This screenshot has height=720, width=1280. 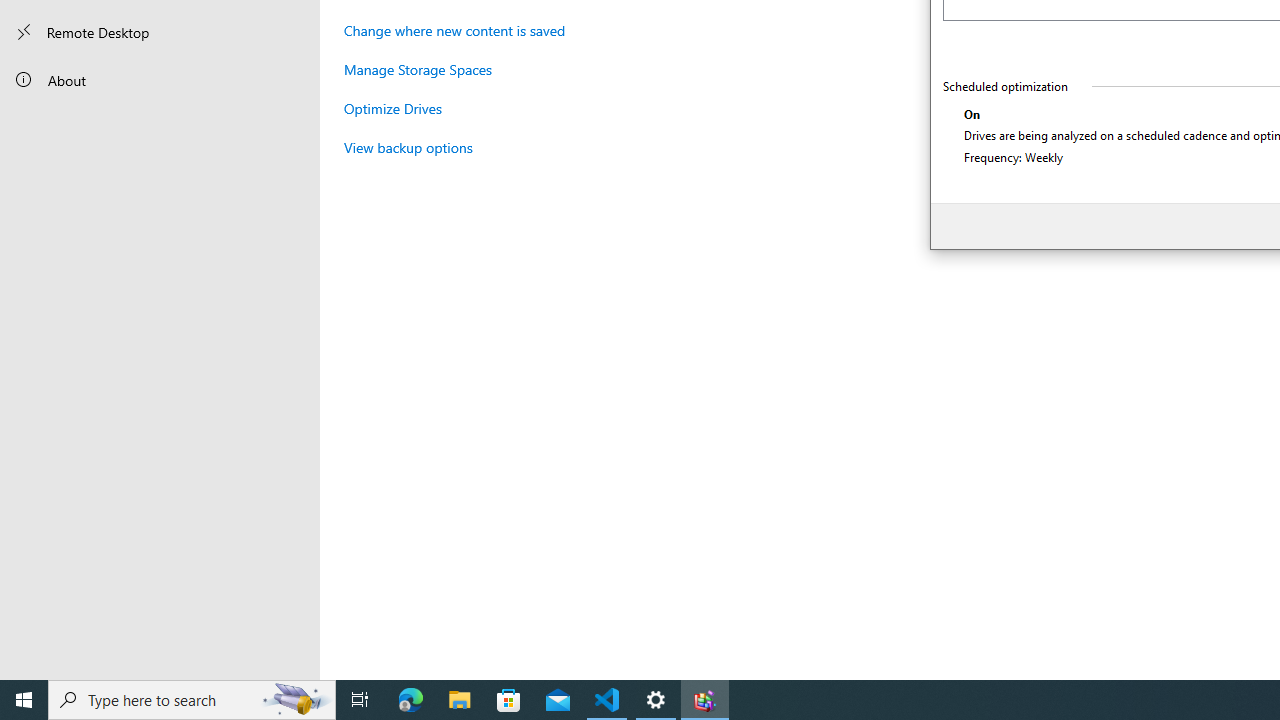 What do you see at coordinates (459, 698) in the screenshot?
I see `'File Explorer'` at bounding box center [459, 698].